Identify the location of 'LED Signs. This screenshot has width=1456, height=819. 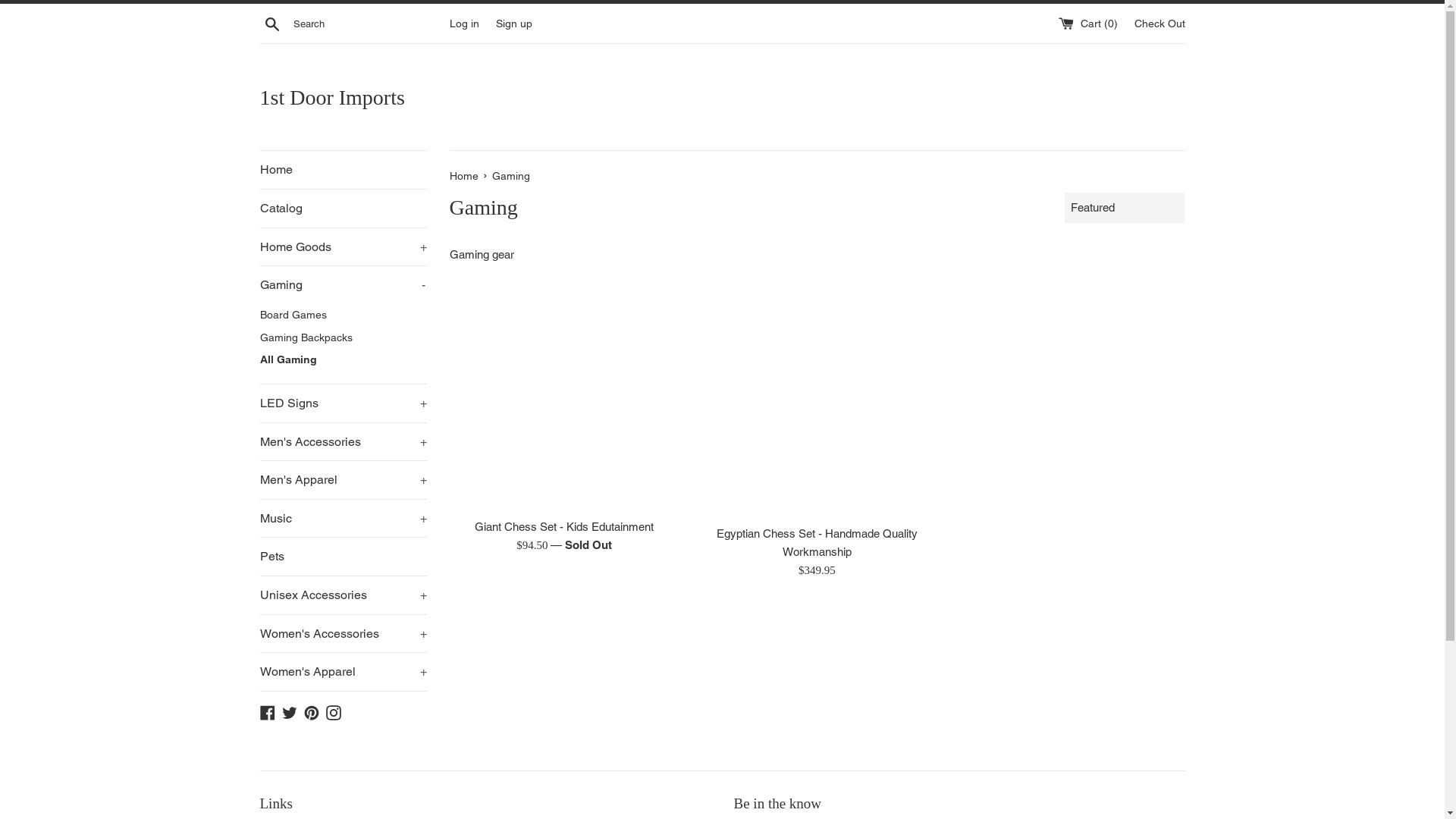
(341, 403).